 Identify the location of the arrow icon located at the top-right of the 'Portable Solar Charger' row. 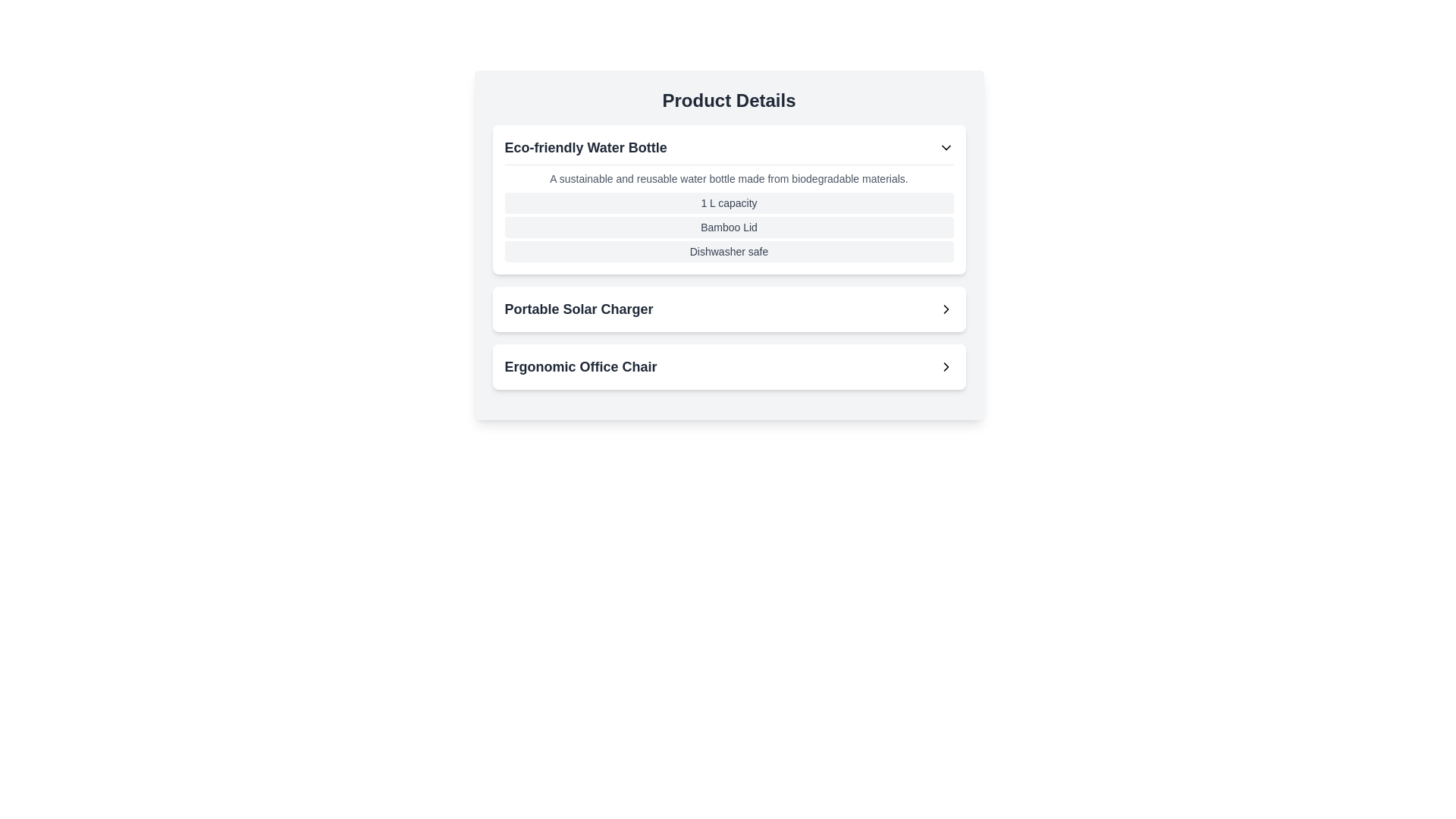
(945, 309).